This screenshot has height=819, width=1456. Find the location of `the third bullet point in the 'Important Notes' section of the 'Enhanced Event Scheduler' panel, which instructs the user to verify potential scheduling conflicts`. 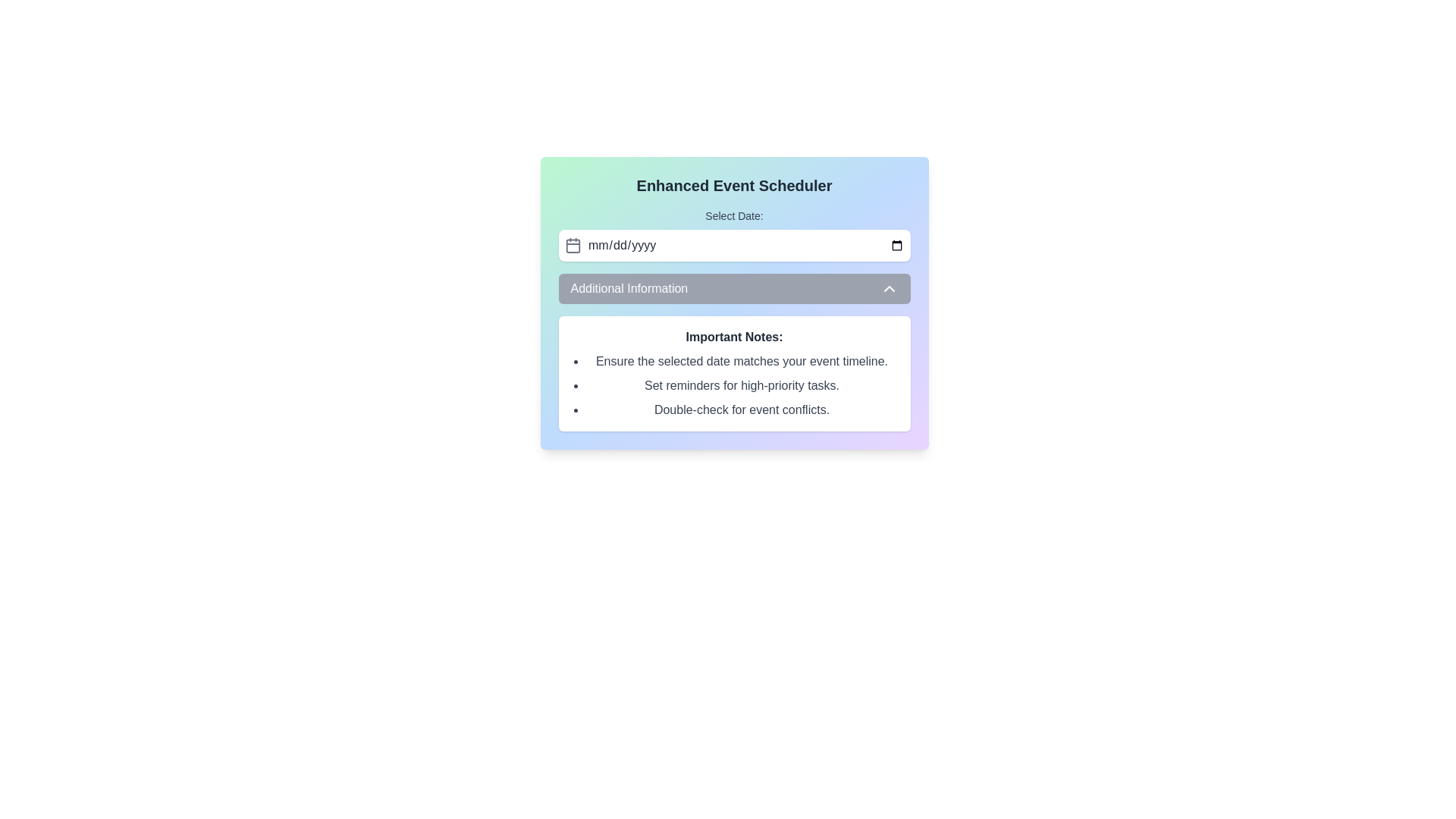

the third bullet point in the 'Important Notes' section of the 'Enhanced Event Scheduler' panel, which instructs the user to verify potential scheduling conflicts is located at coordinates (742, 409).